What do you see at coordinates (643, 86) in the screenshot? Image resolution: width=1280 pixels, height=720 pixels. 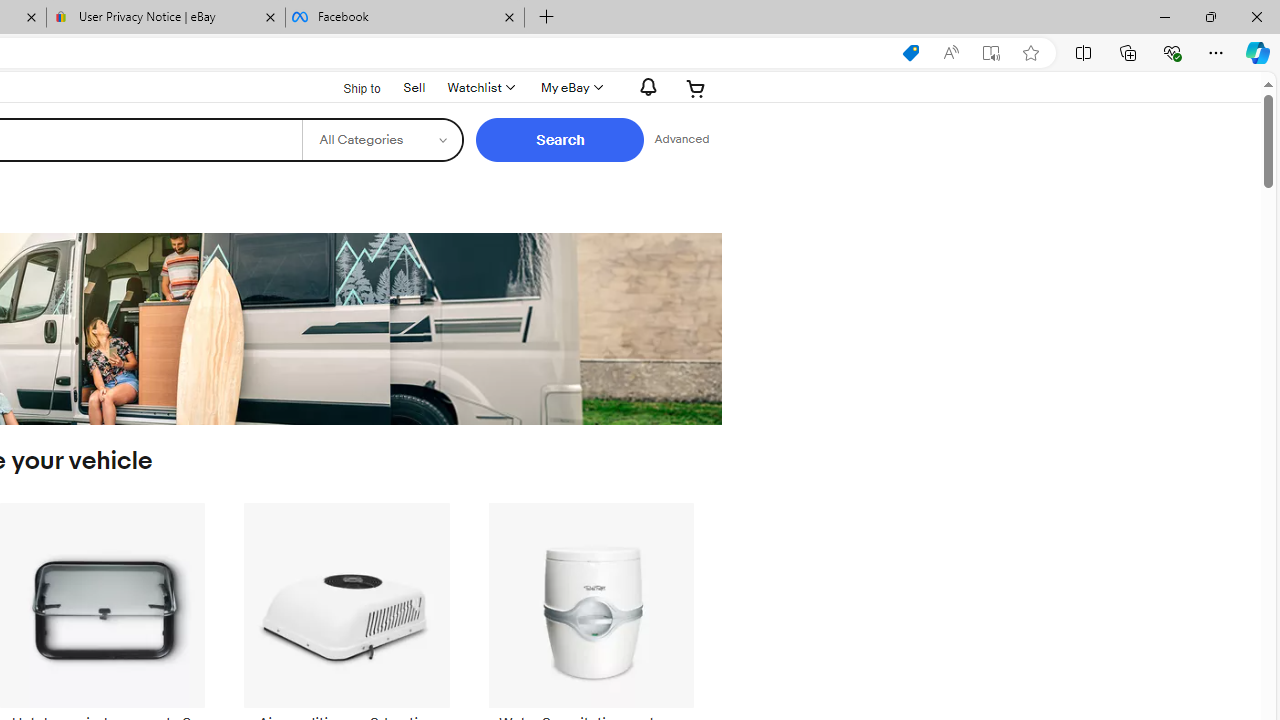 I see `'Notifications'` at bounding box center [643, 86].